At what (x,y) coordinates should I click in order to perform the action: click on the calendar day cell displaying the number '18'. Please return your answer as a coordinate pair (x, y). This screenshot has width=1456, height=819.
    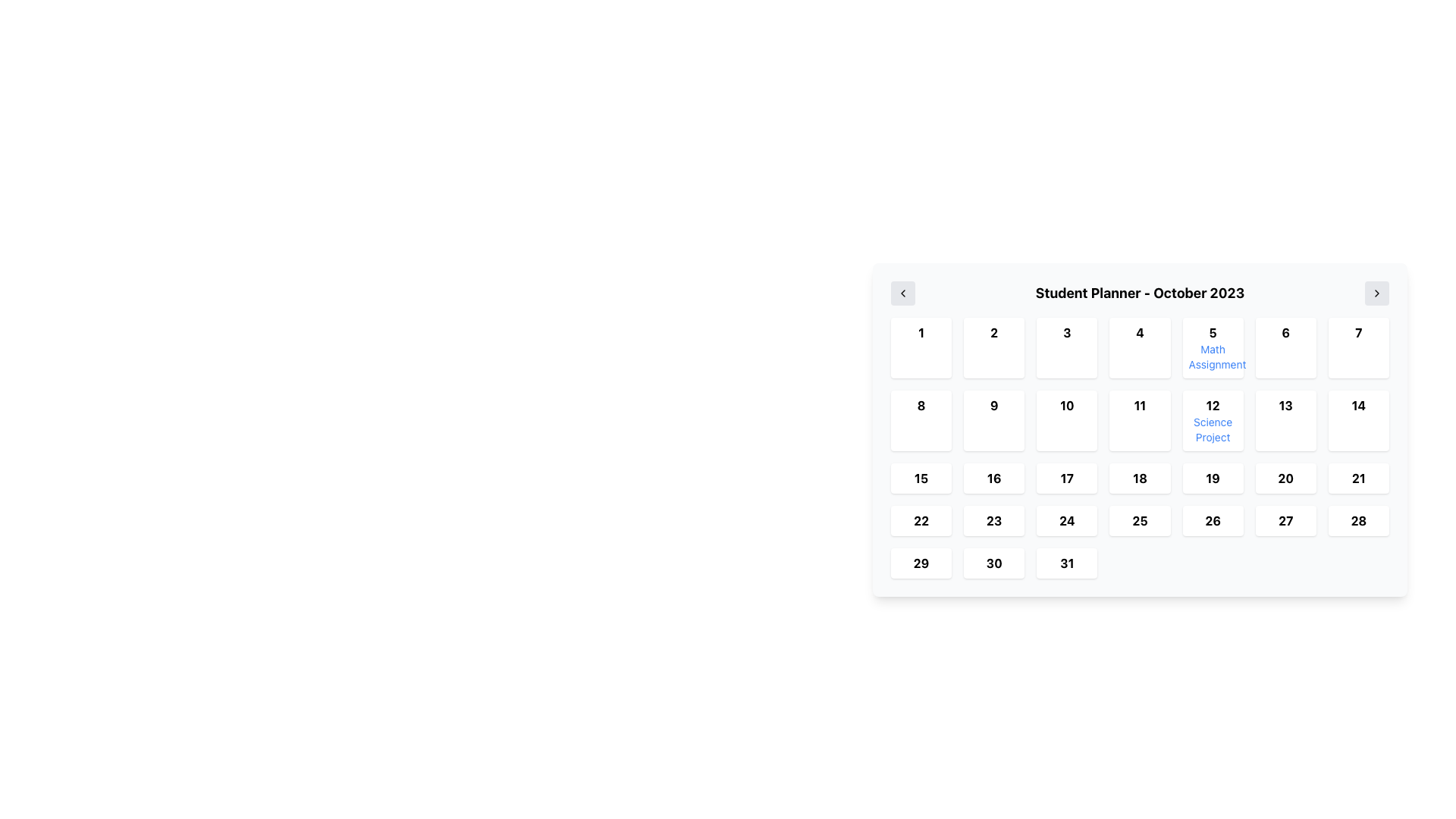
    Looking at the image, I should click on (1140, 479).